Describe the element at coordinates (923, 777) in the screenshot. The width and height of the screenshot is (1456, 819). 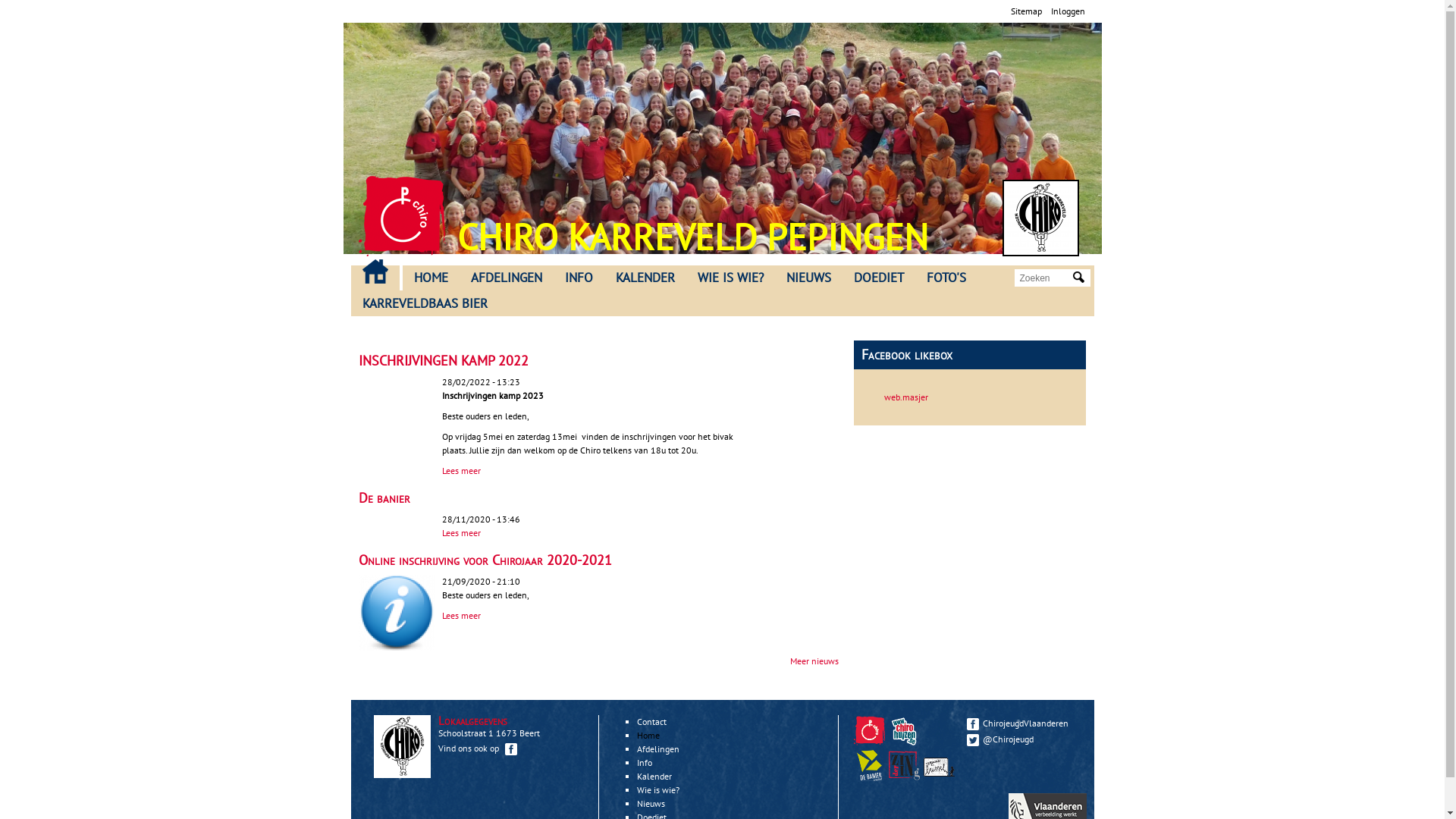
I see `'Zindering'` at that location.